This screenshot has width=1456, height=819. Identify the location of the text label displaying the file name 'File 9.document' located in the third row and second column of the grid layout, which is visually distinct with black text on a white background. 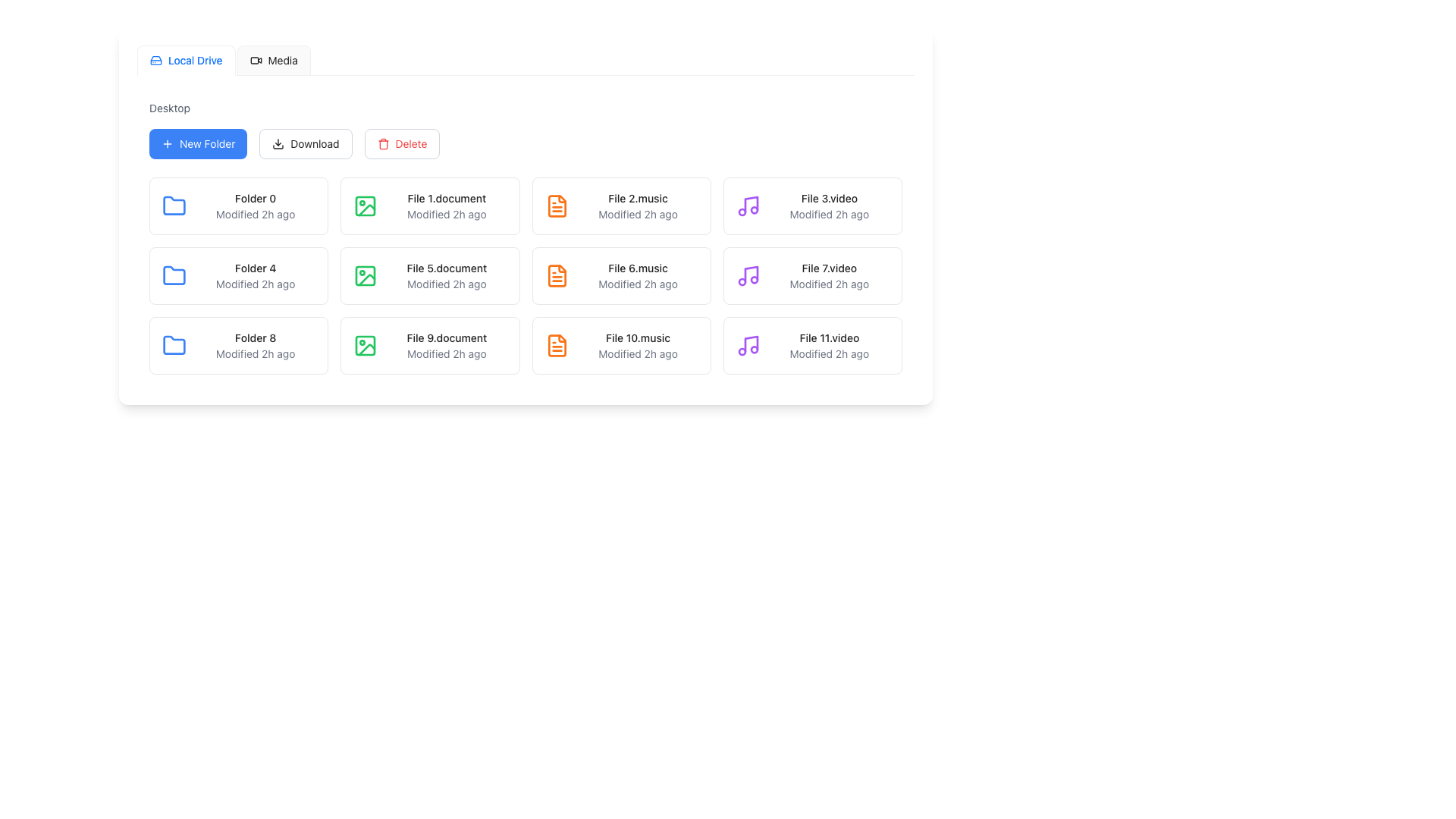
(446, 337).